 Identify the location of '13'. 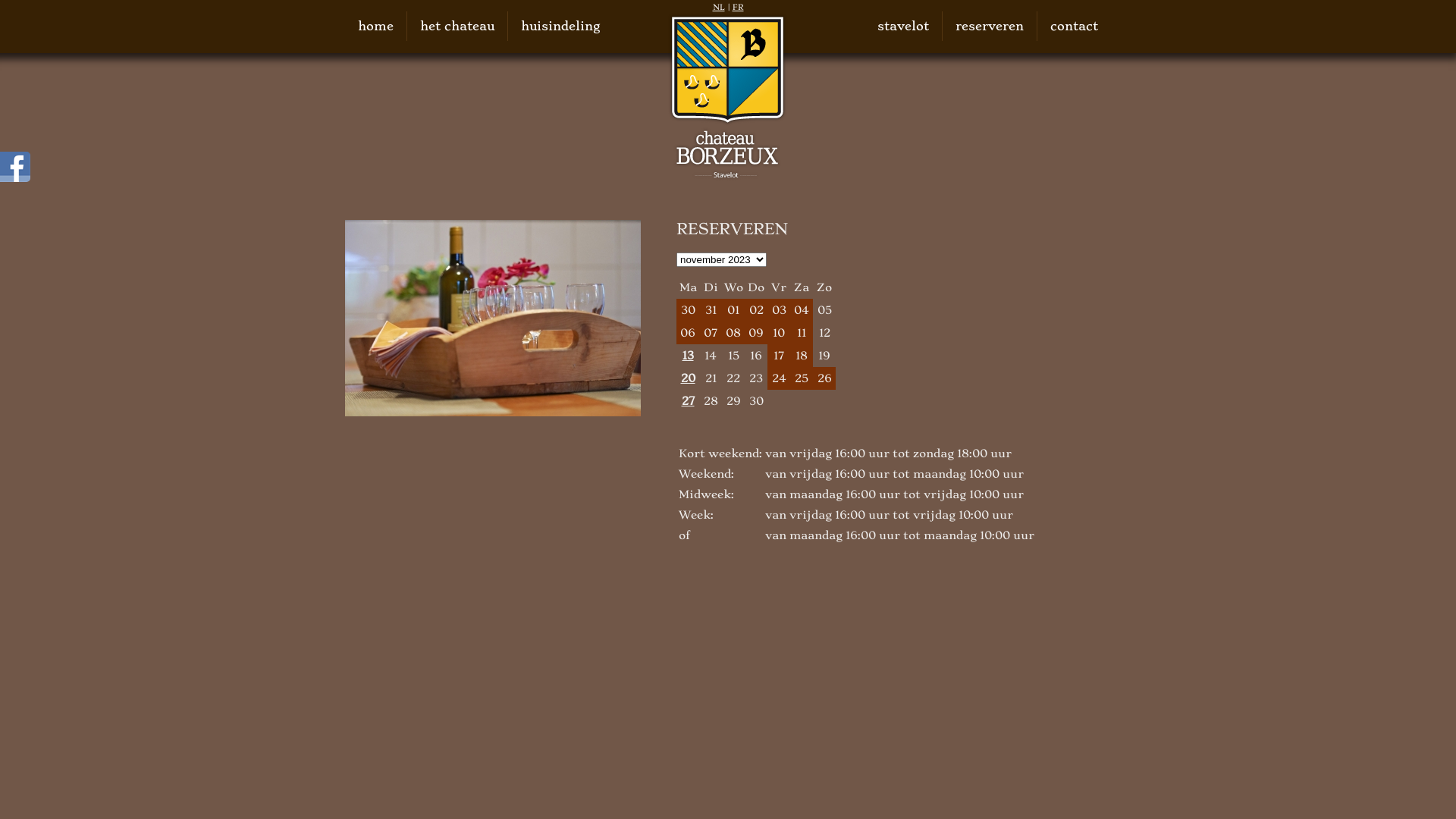
(687, 356).